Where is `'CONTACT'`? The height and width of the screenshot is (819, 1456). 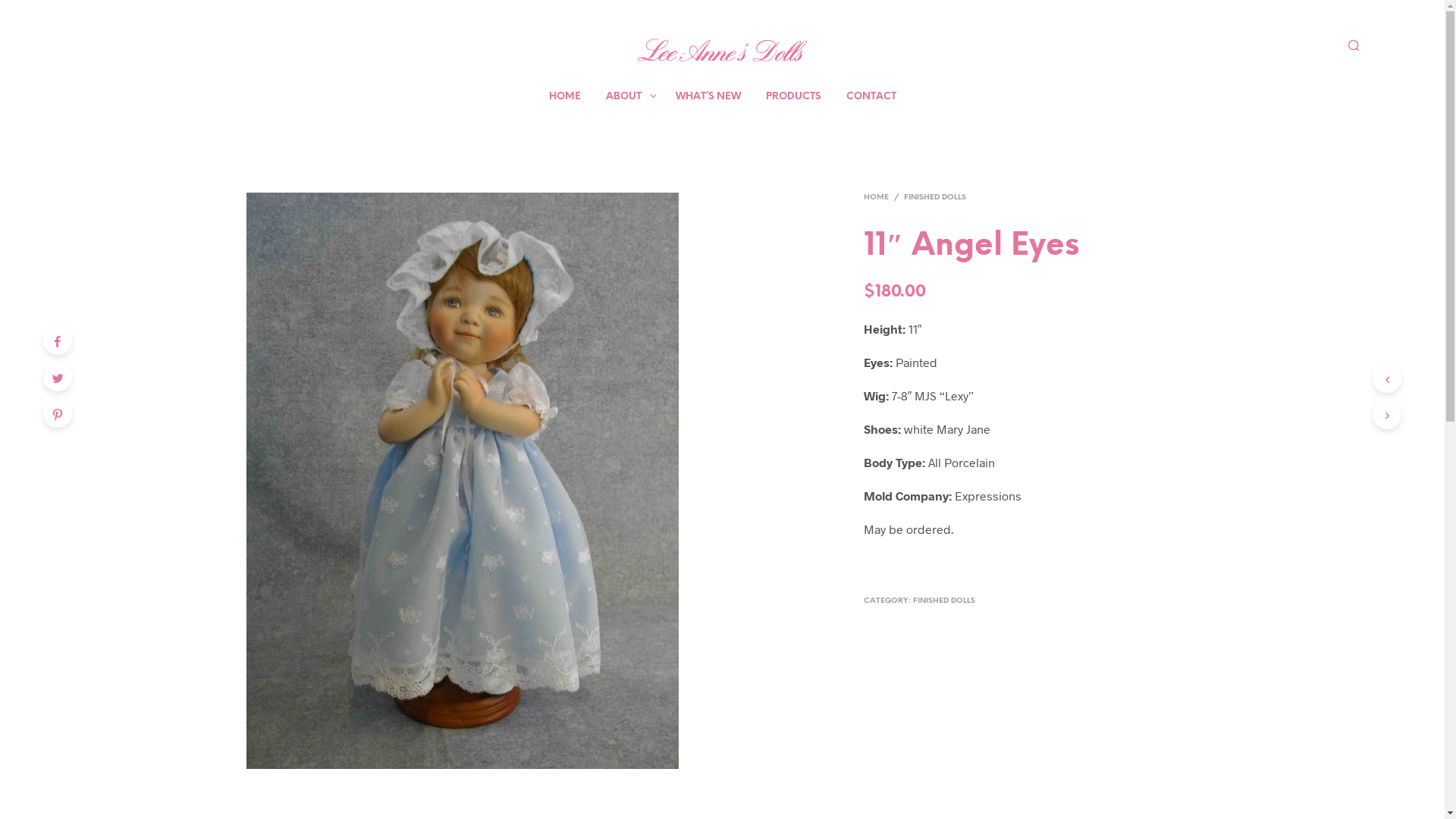 'CONTACT' is located at coordinates (870, 96).